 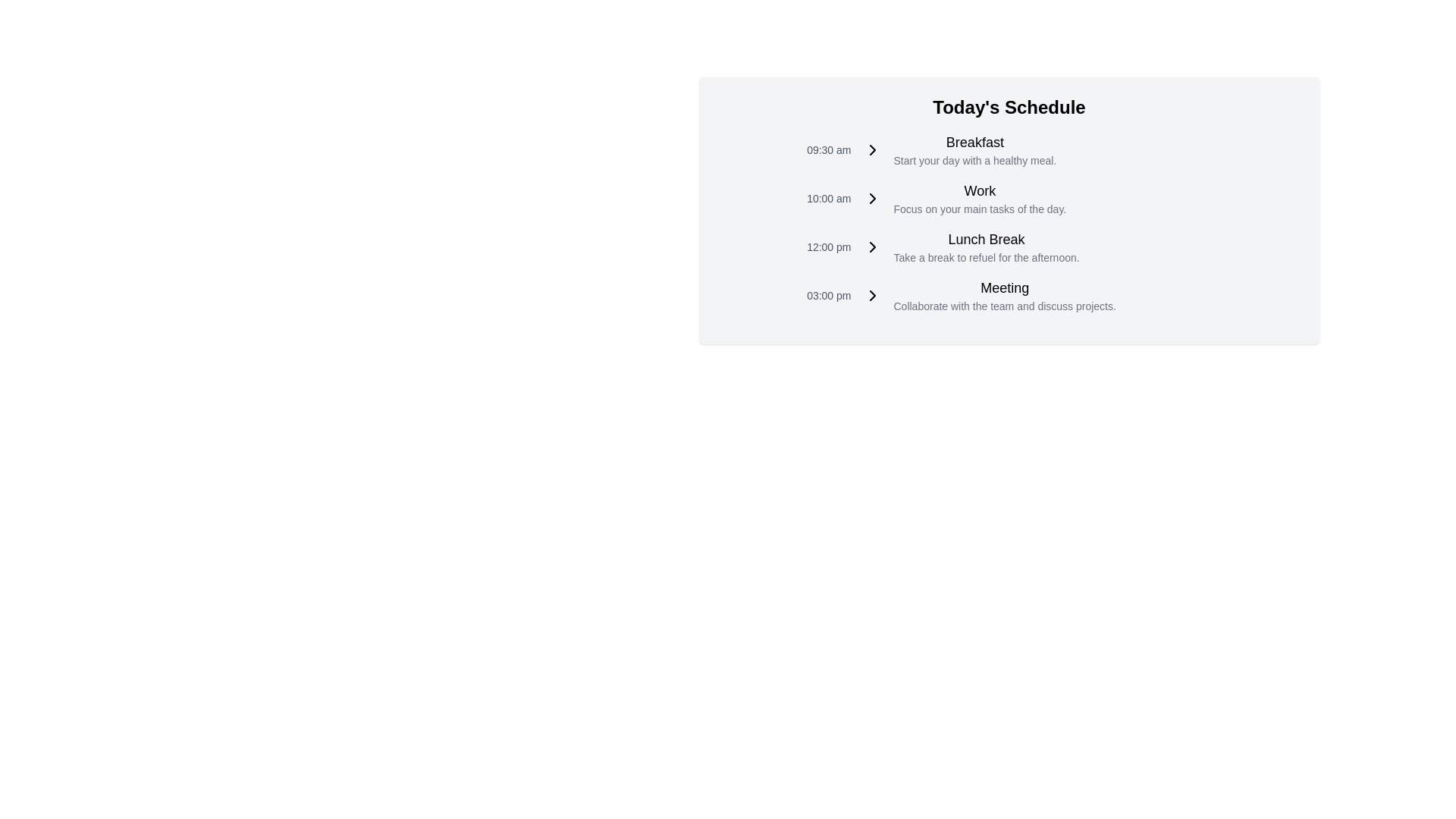 What do you see at coordinates (974, 161) in the screenshot?
I see `the text element that provides additional details related to the title 'Breakfast', located directly below it in the schedule` at bounding box center [974, 161].